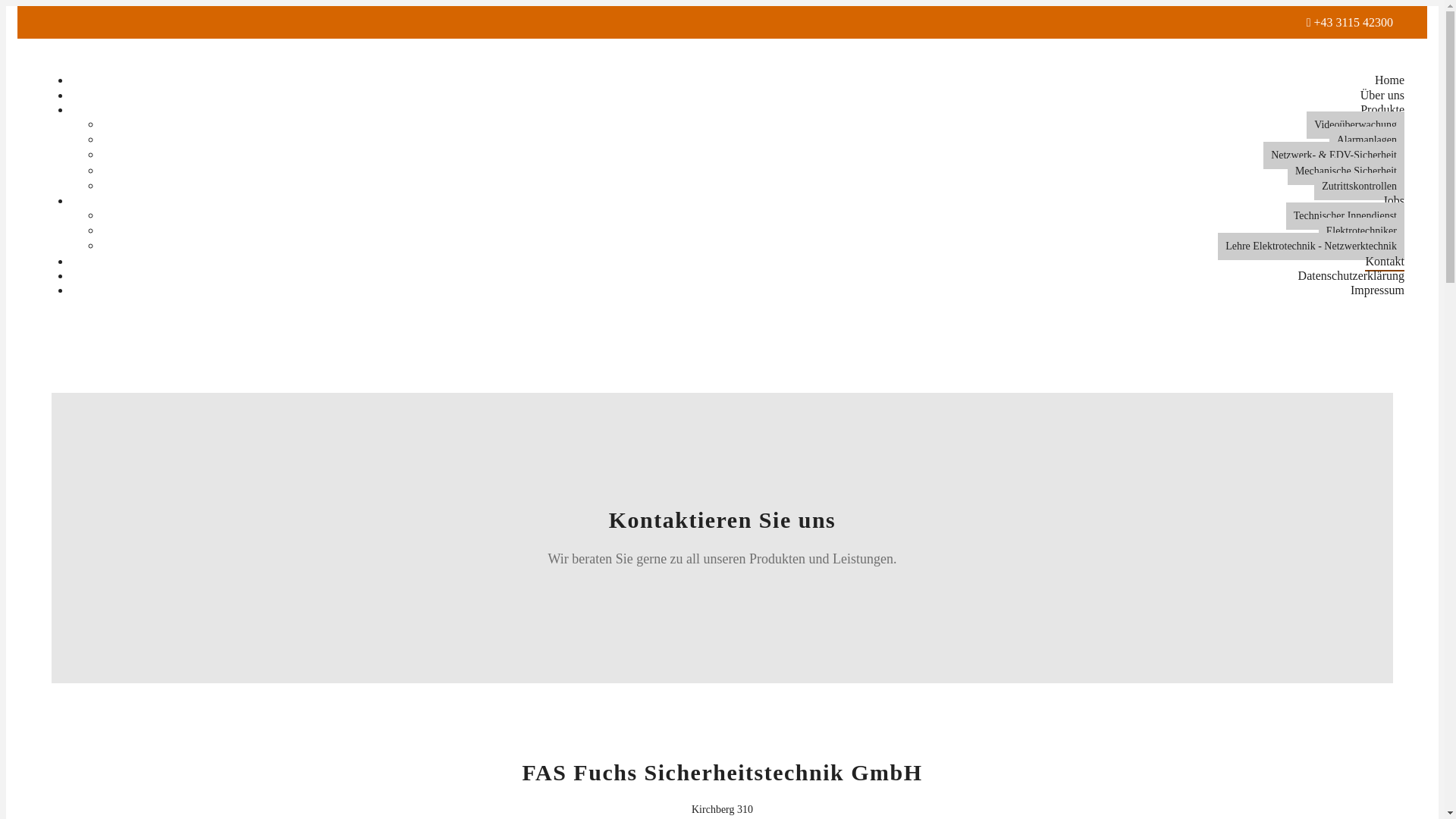 This screenshot has width=1456, height=819. I want to click on 'Home', so click(1389, 80).